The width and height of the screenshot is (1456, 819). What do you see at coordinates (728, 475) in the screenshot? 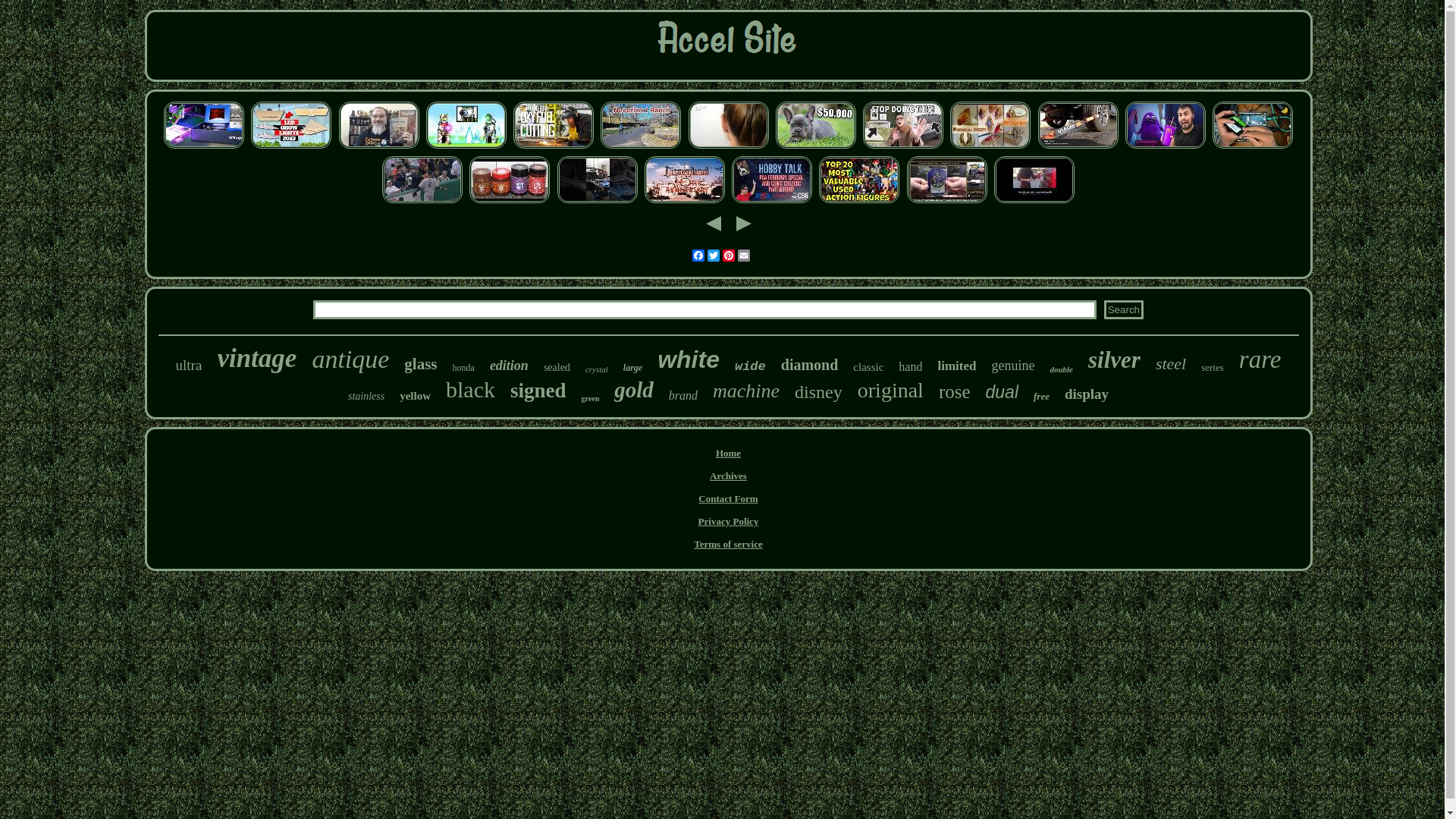
I see `'Archives'` at bounding box center [728, 475].